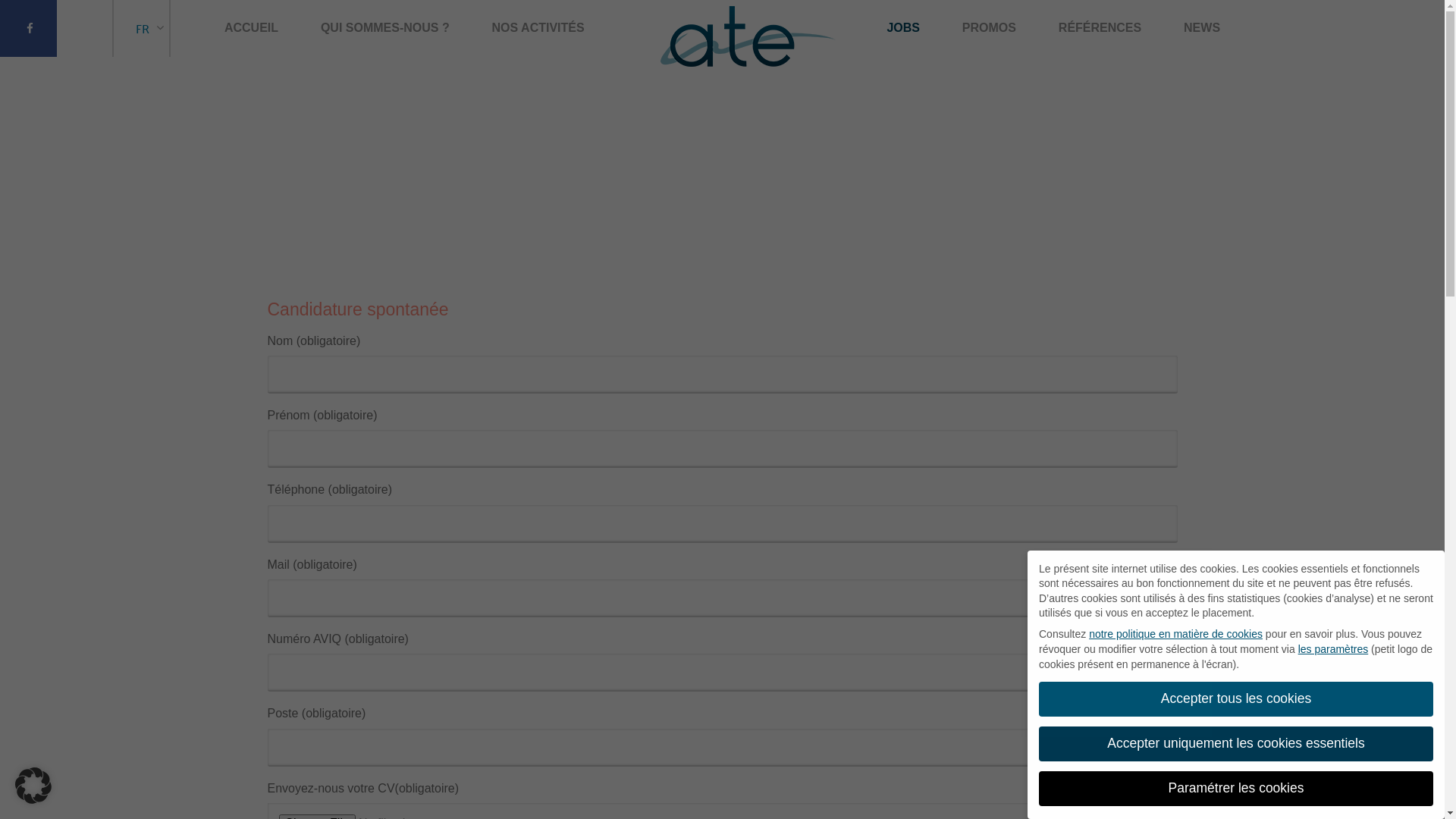 The width and height of the screenshot is (1456, 819). I want to click on 'Accepter uniquement les cookies essentiels', so click(1236, 742).